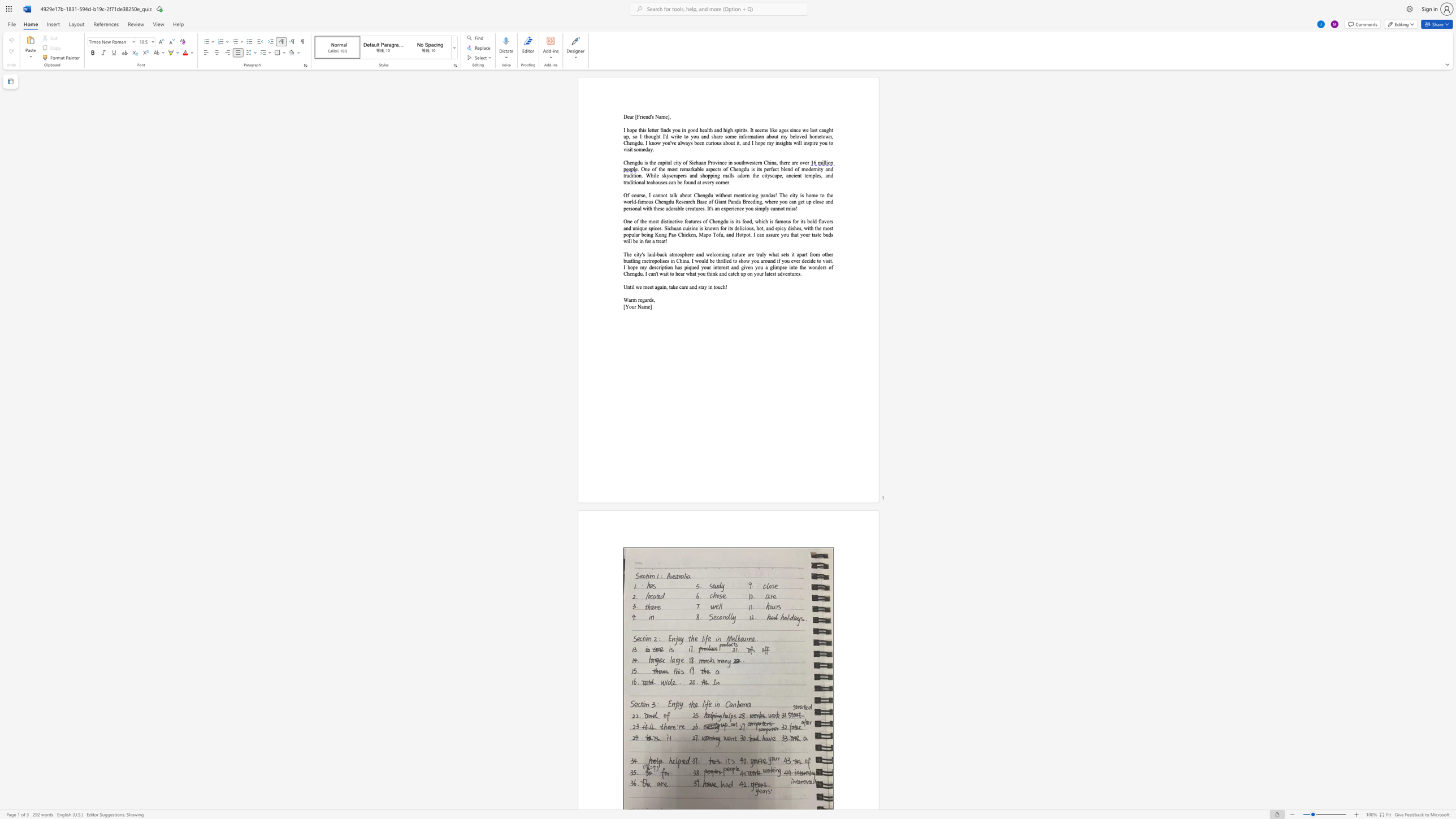 The image size is (1456, 819). Describe the element at coordinates (780, 162) in the screenshot. I see `the subset text "here ar" within the text "Chengdu is the capital city of Sichuan Province in southwestern China, there are over"` at that location.